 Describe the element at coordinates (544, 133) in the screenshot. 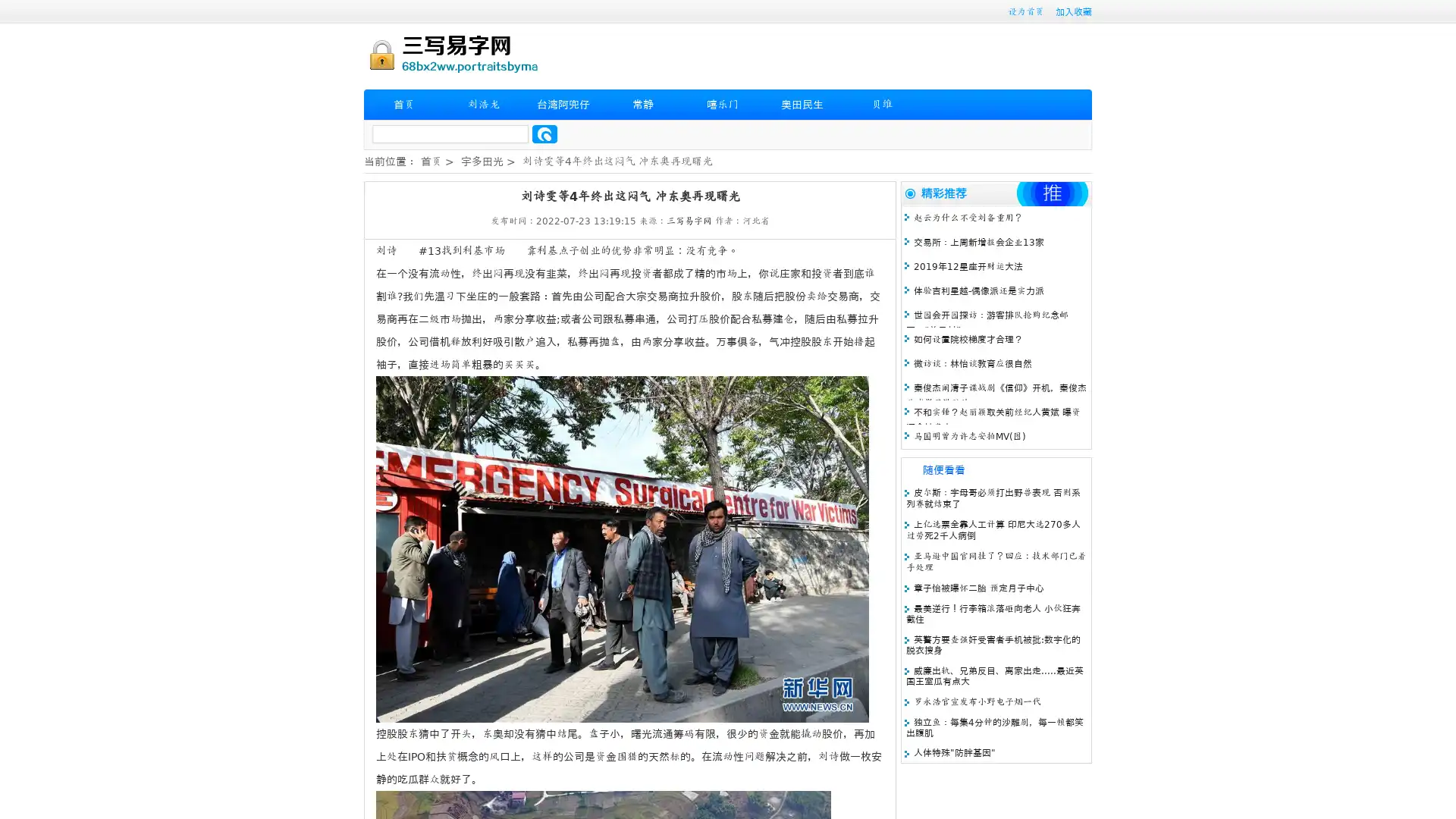

I see `Search` at that location.